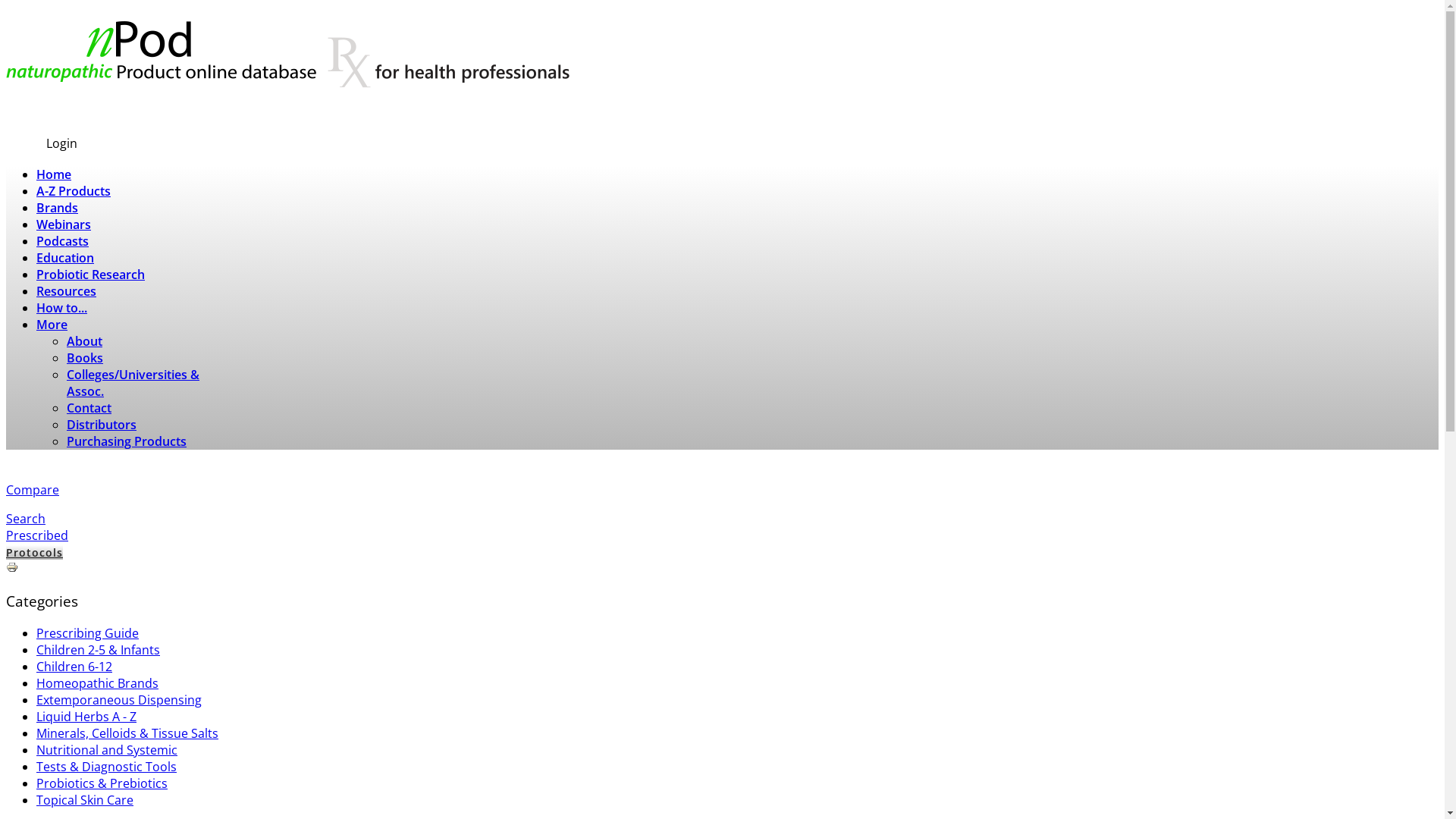 This screenshot has width=1456, height=819. Describe the element at coordinates (36, 733) in the screenshot. I see `'Minerals, Celloids & Tissue Salts'` at that location.